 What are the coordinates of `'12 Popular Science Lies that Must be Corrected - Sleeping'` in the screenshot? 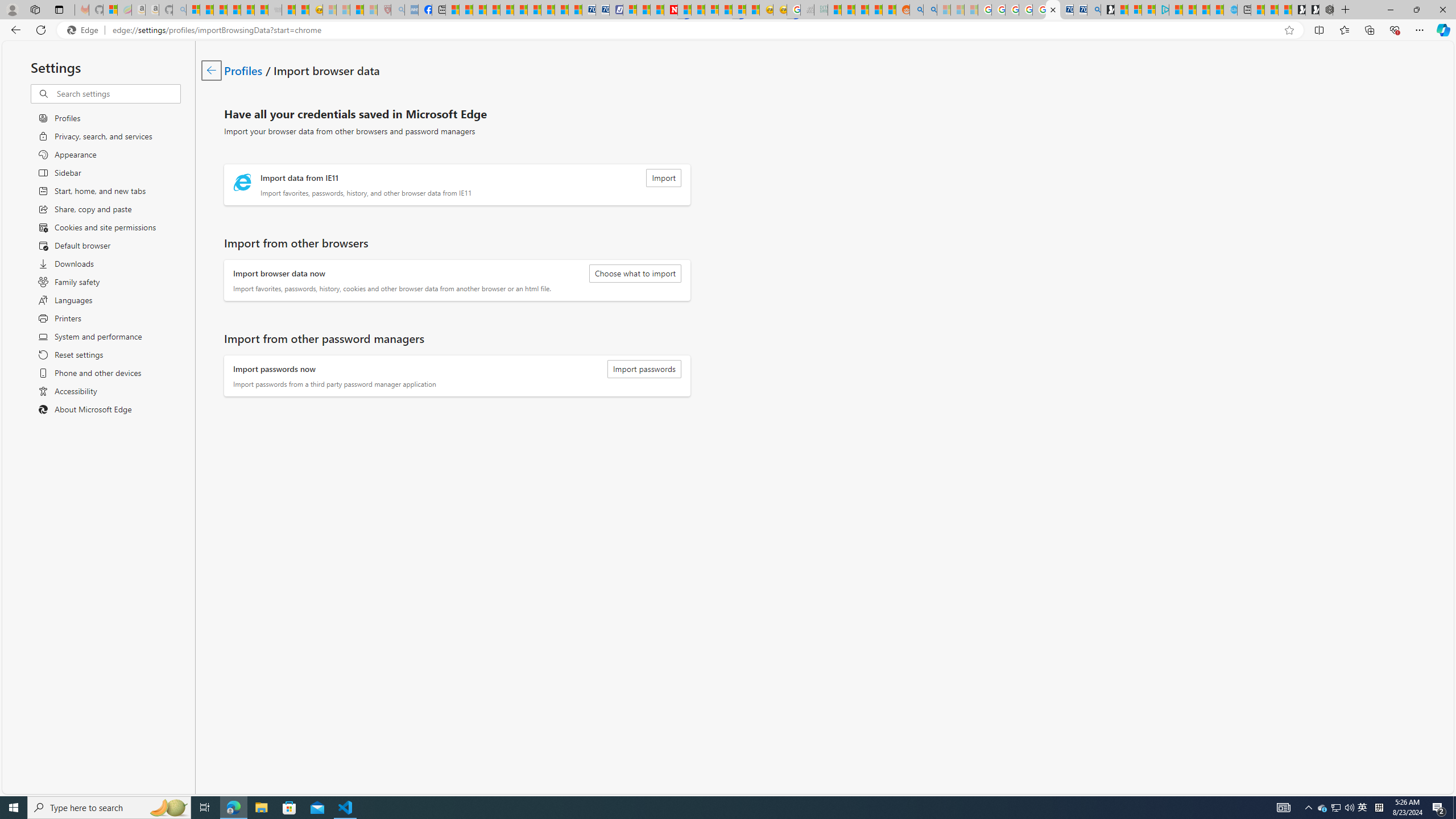 It's located at (369, 9).